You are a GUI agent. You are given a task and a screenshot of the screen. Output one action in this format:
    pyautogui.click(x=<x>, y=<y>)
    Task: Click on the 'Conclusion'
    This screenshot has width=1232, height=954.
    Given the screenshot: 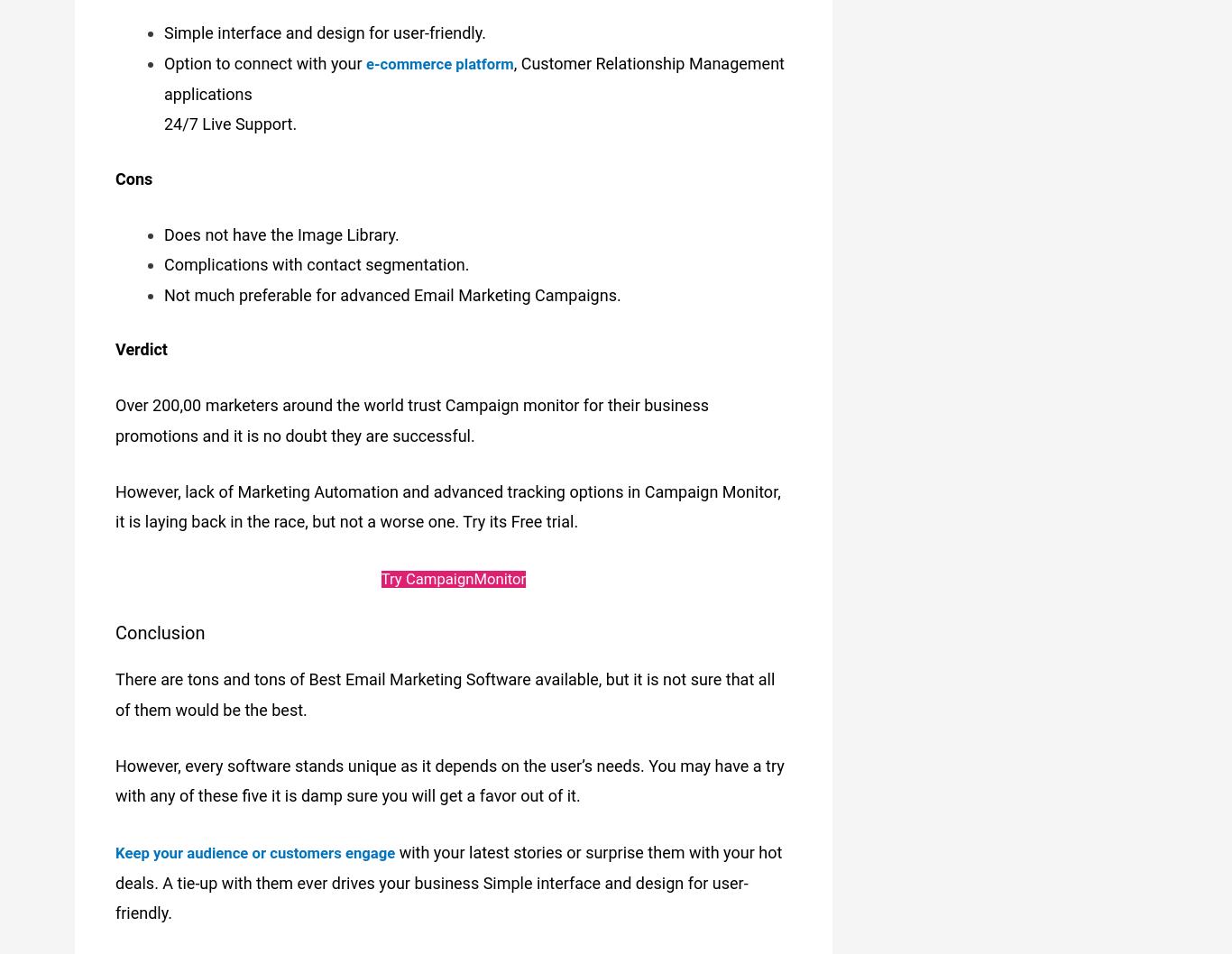 What is the action you would take?
    pyautogui.click(x=159, y=619)
    